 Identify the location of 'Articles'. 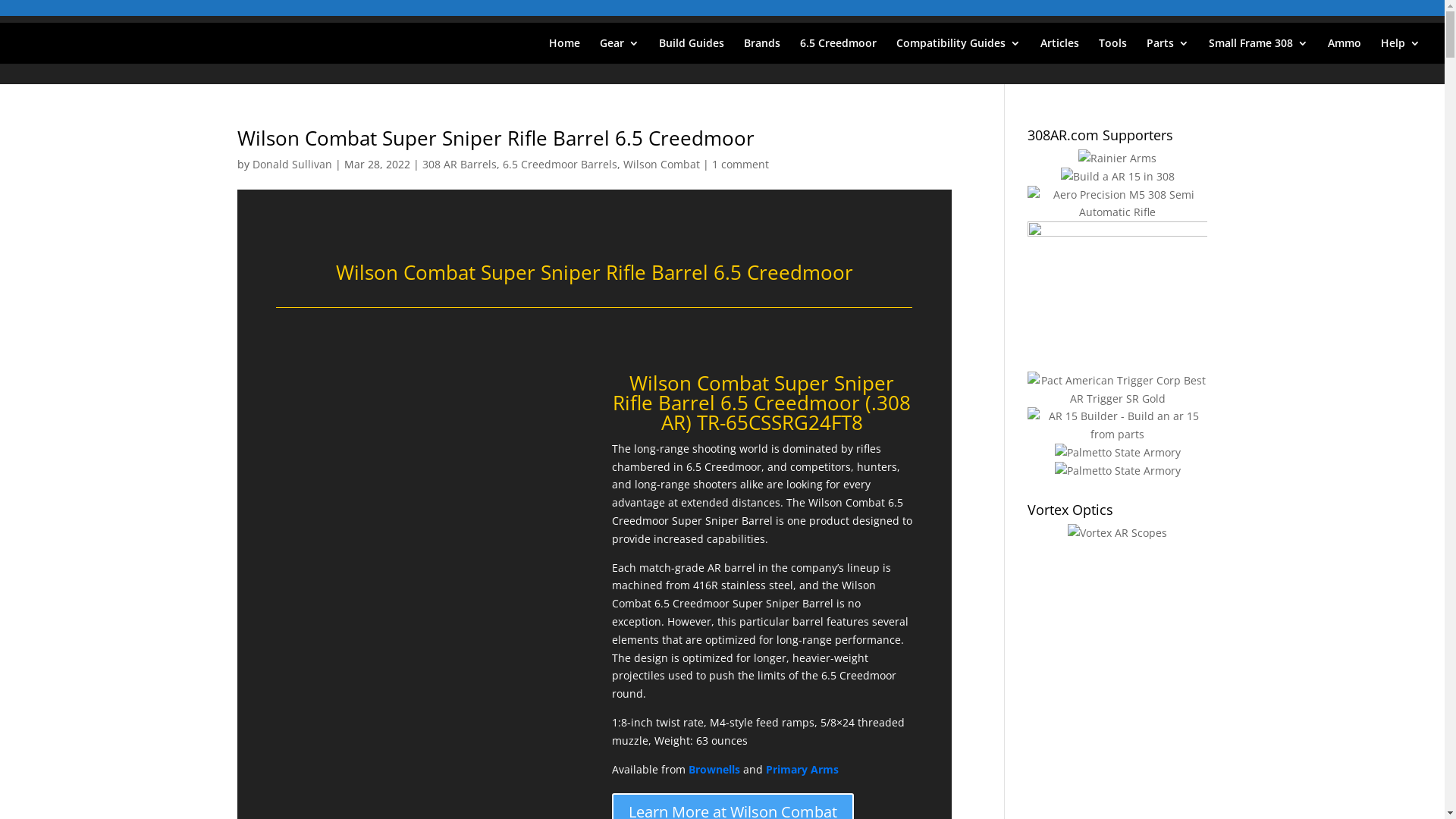
(1059, 49).